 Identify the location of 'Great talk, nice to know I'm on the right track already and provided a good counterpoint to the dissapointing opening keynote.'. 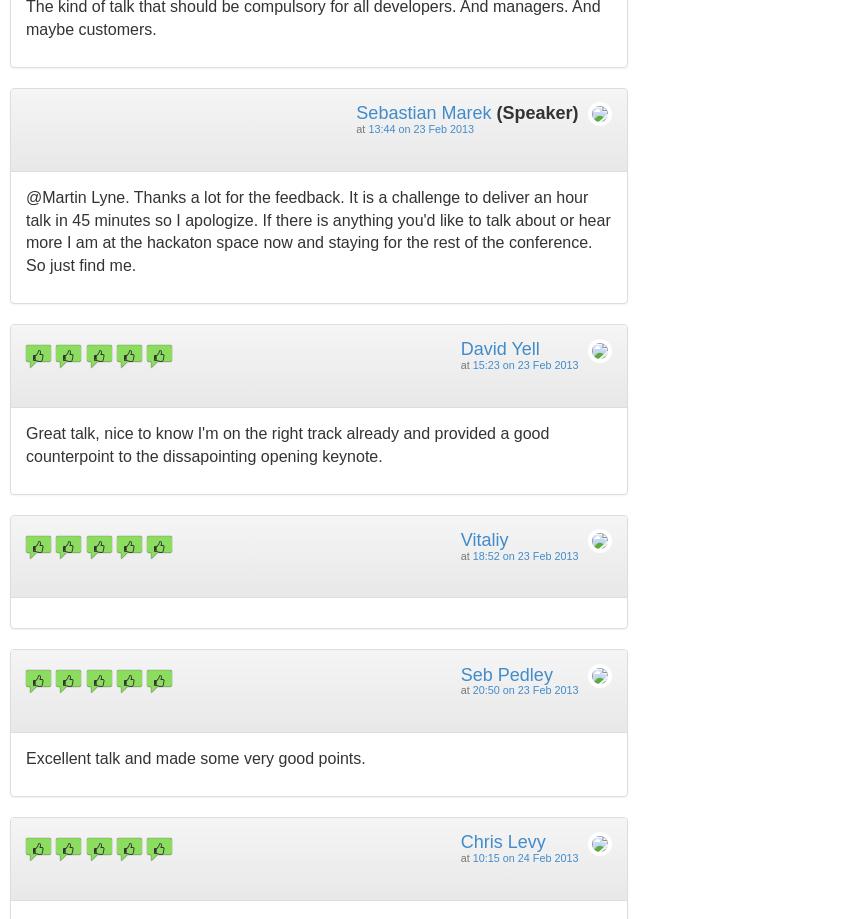
(286, 443).